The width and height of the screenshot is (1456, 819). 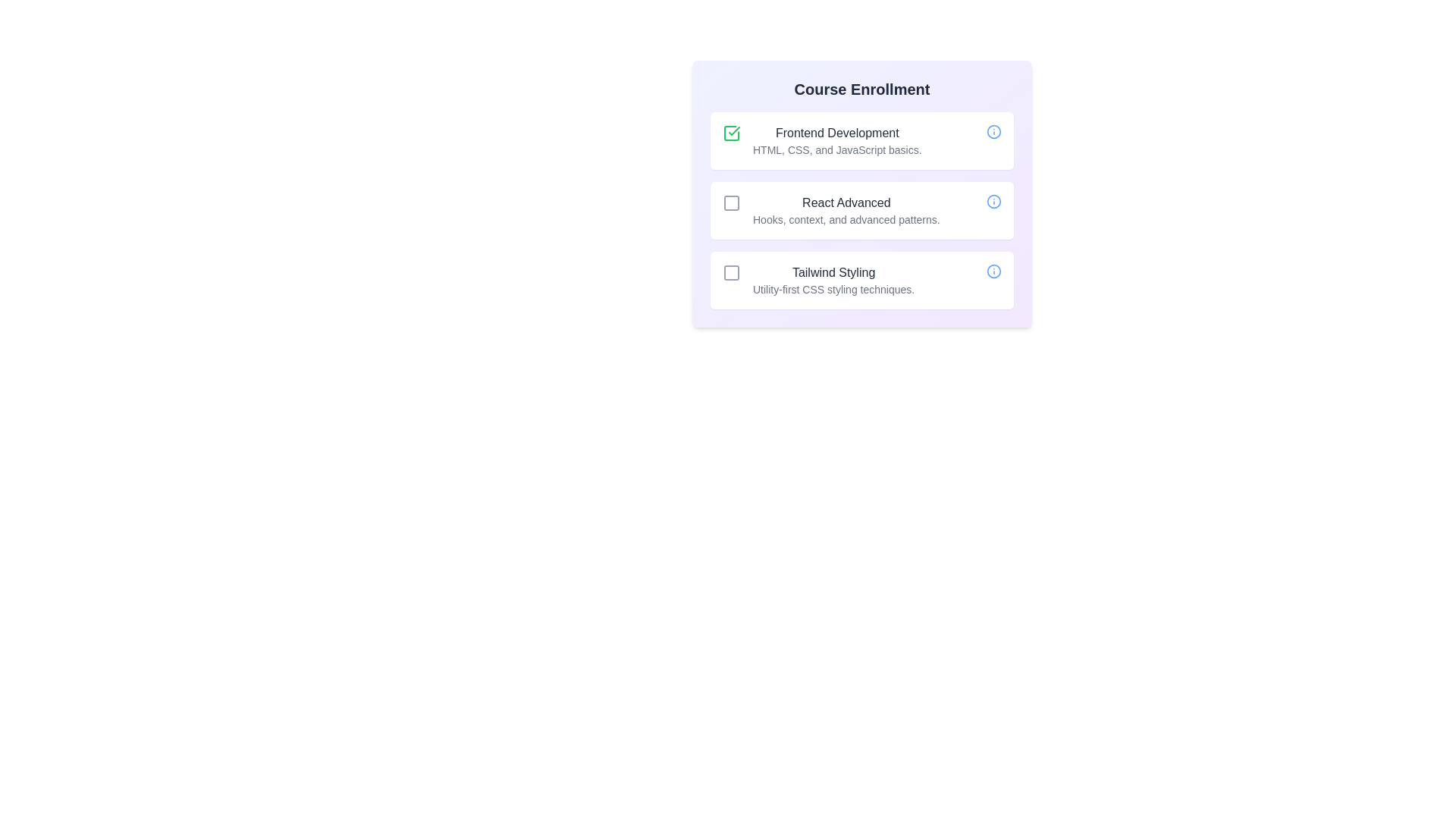 I want to click on the 'Tailwind Styling' checkbox indicator by, so click(x=731, y=271).